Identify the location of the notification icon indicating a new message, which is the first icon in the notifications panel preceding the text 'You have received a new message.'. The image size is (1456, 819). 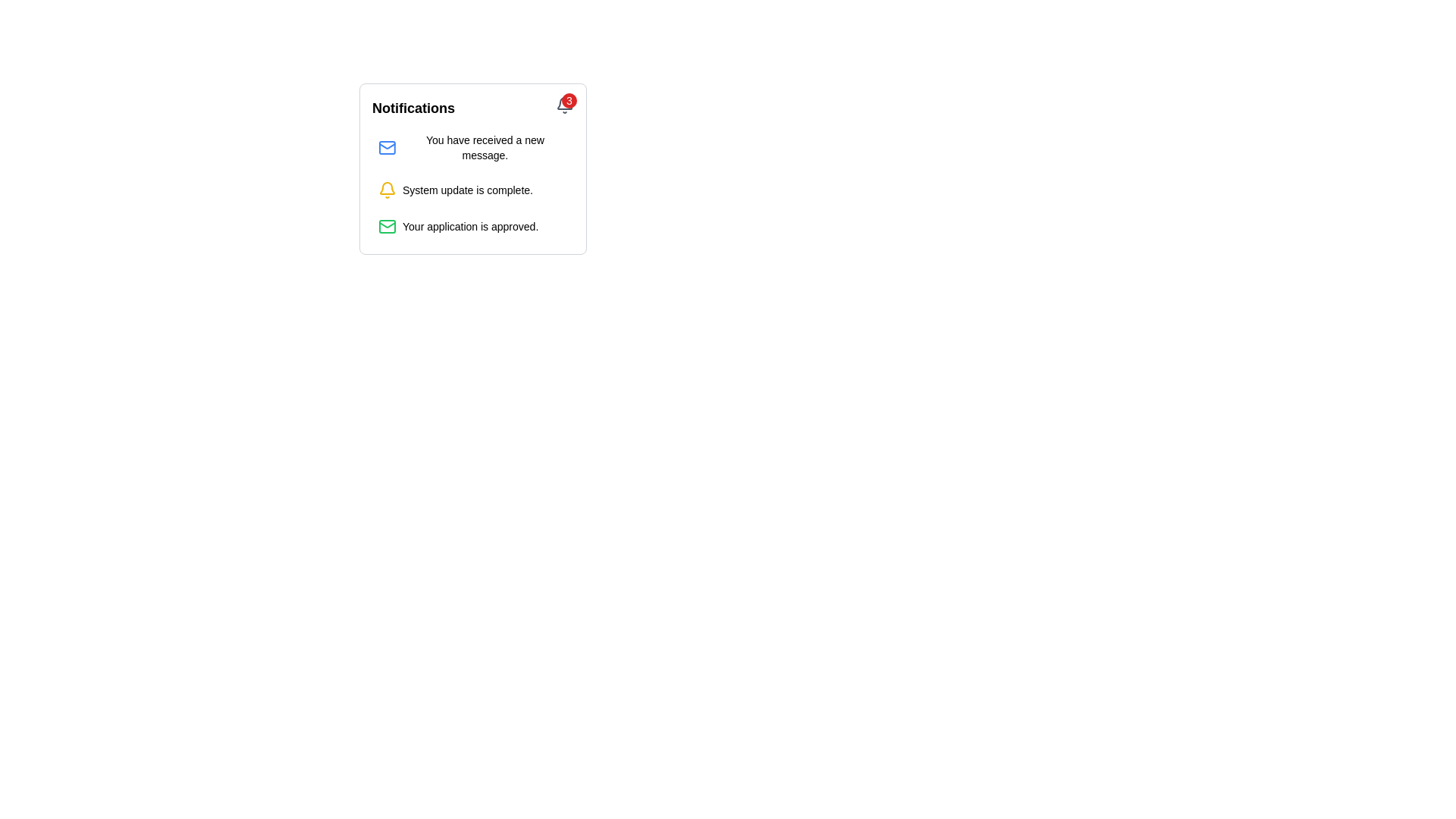
(387, 148).